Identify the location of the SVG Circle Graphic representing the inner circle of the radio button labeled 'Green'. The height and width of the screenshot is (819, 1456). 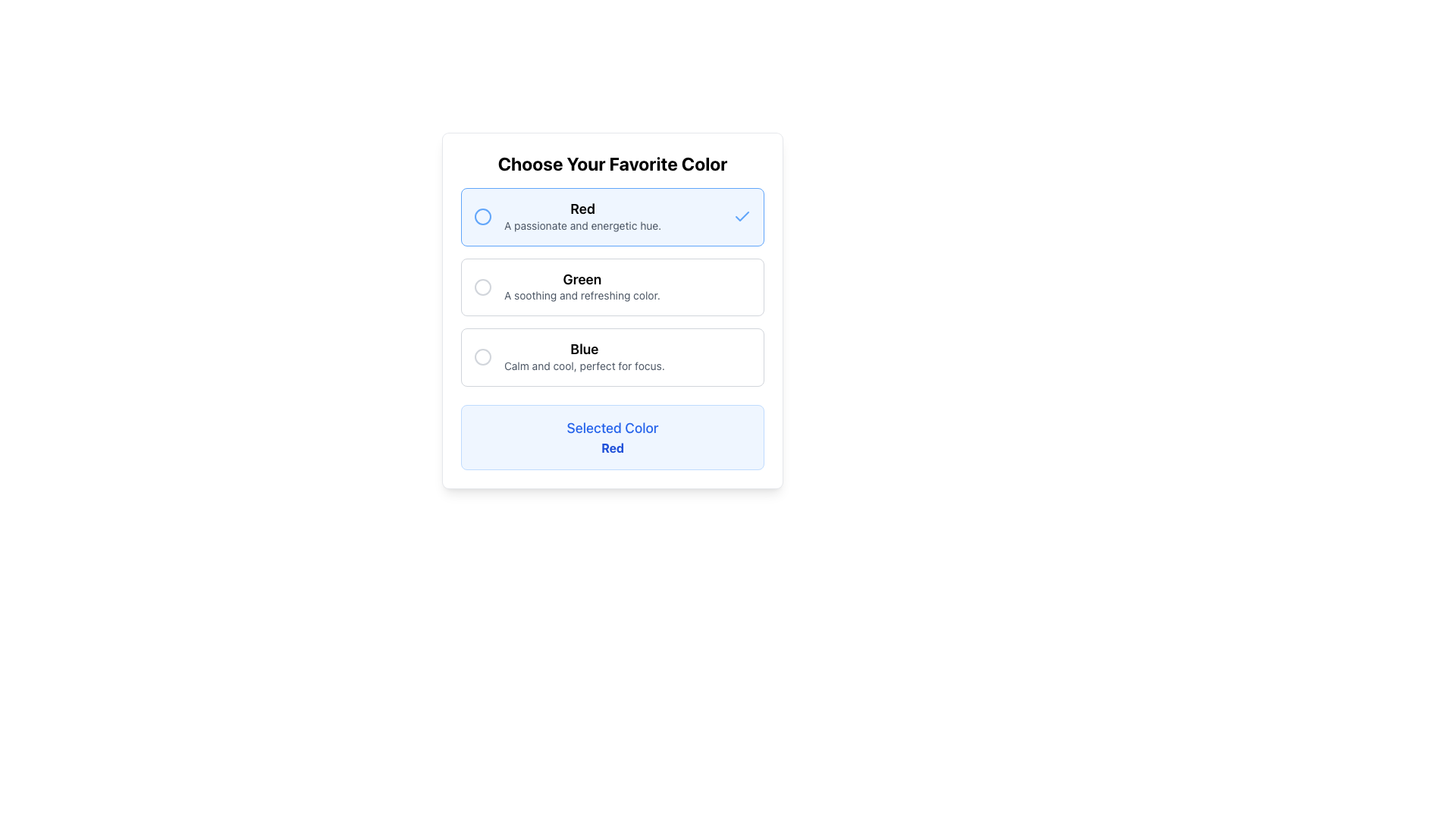
(482, 287).